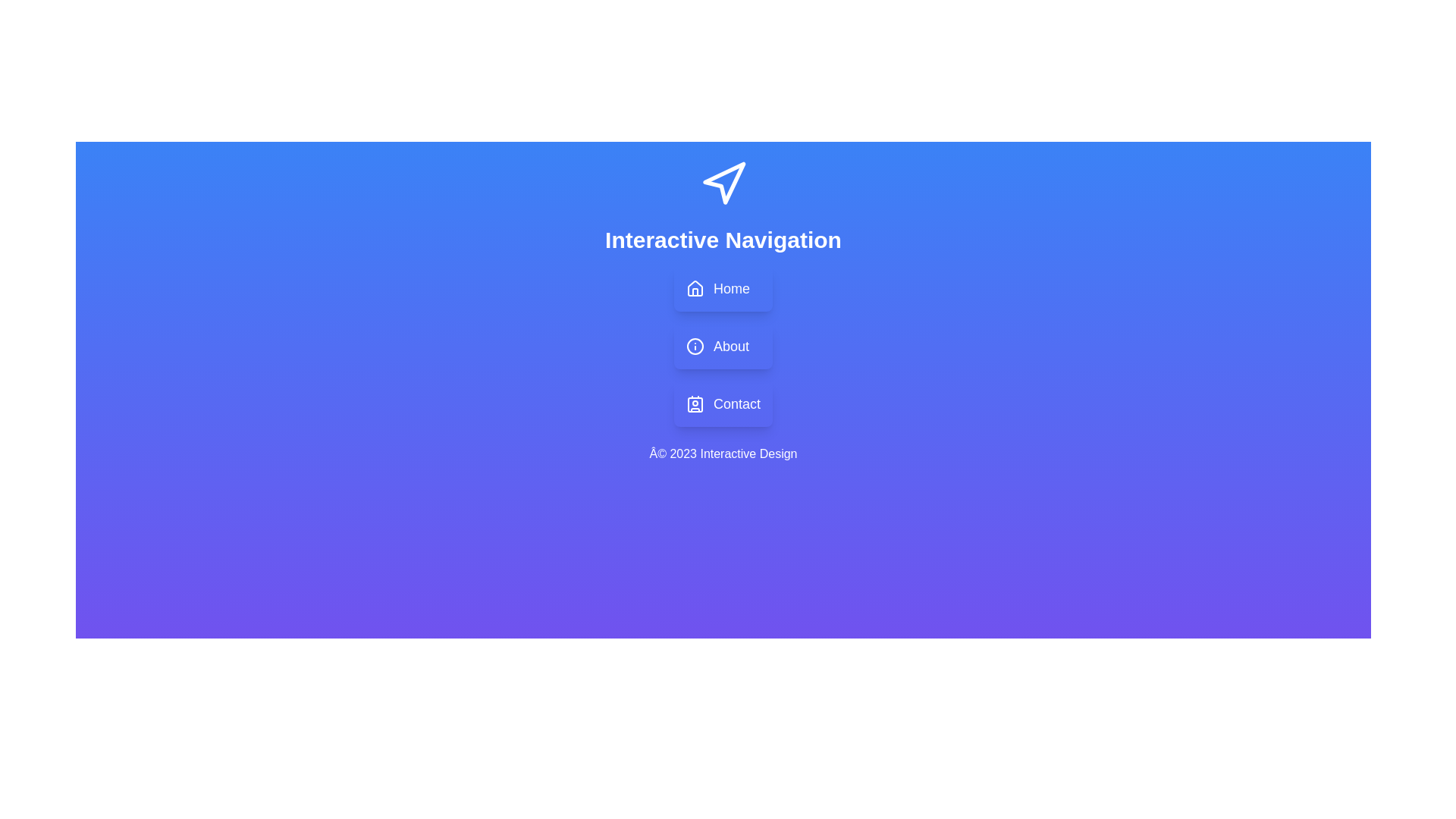  I want to click on the inner vertical line of the house icon in the blue 'Home' button, which is centrally located at the top of the vertical menu, so click(694, 292).